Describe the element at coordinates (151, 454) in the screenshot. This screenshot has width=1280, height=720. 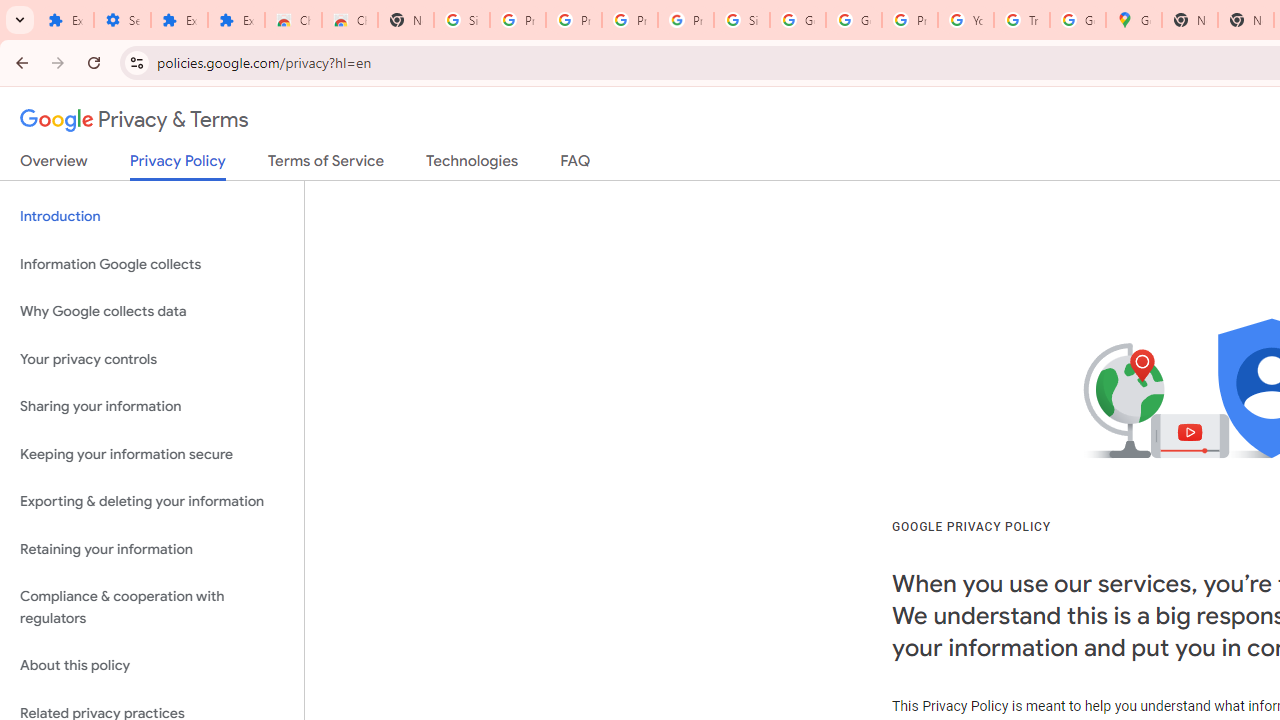
I see `'Keeping your information secure'` at that location.